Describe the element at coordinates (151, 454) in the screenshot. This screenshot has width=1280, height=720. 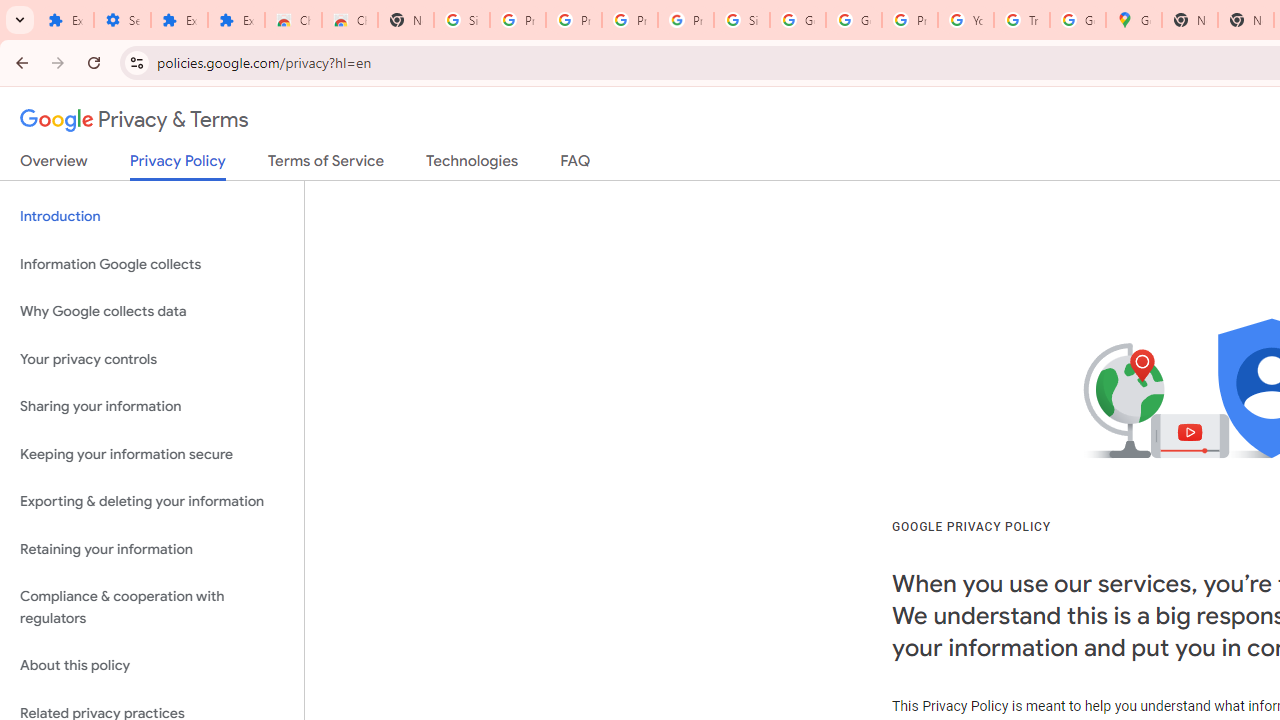
I see `'Keeping your information secure'` at that location.